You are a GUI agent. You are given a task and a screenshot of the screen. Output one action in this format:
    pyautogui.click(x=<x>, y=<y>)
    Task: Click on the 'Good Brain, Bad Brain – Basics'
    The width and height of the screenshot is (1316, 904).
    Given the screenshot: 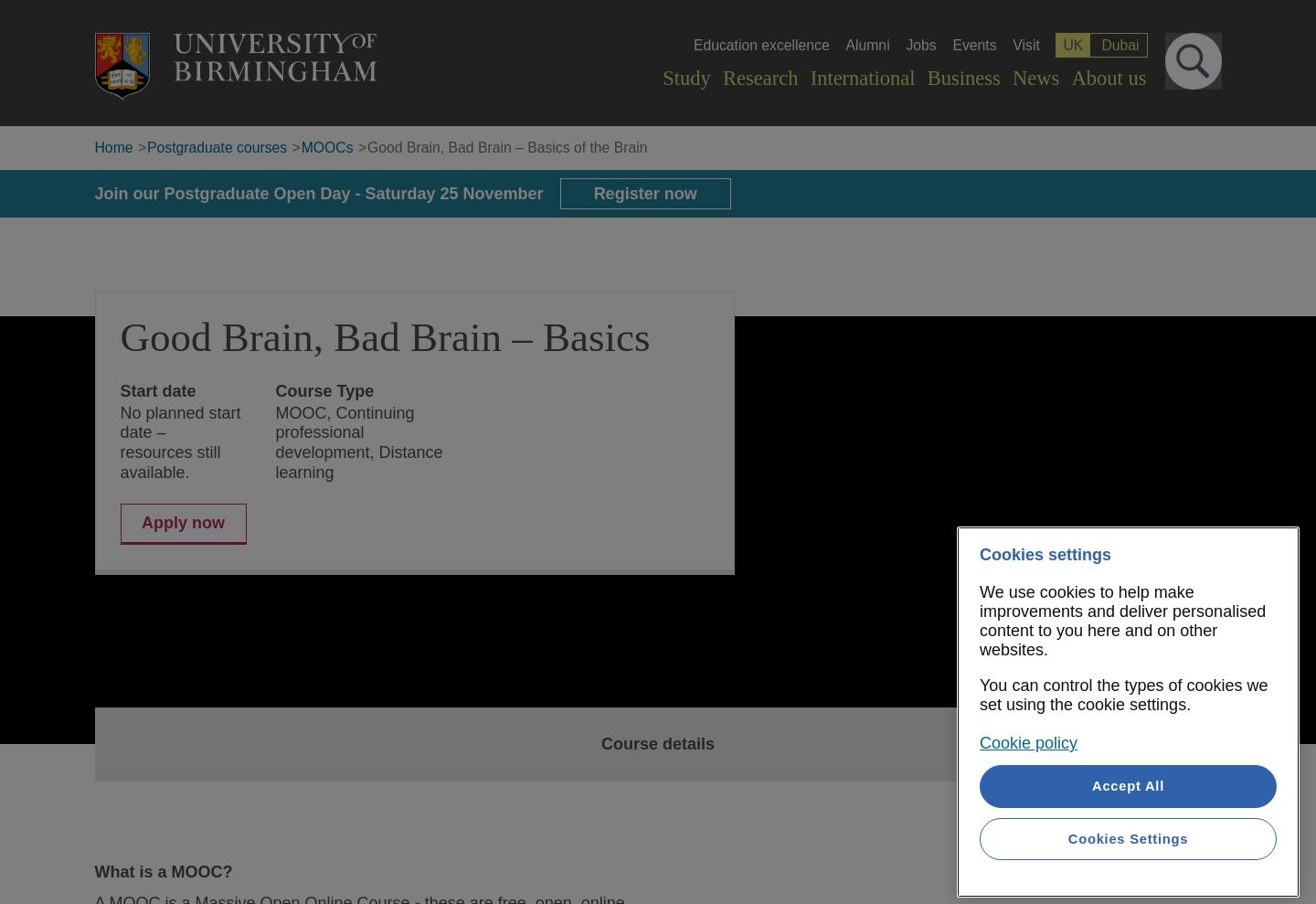 What is the action you would take?
    pyautogui.click(x=385, y=335)
    